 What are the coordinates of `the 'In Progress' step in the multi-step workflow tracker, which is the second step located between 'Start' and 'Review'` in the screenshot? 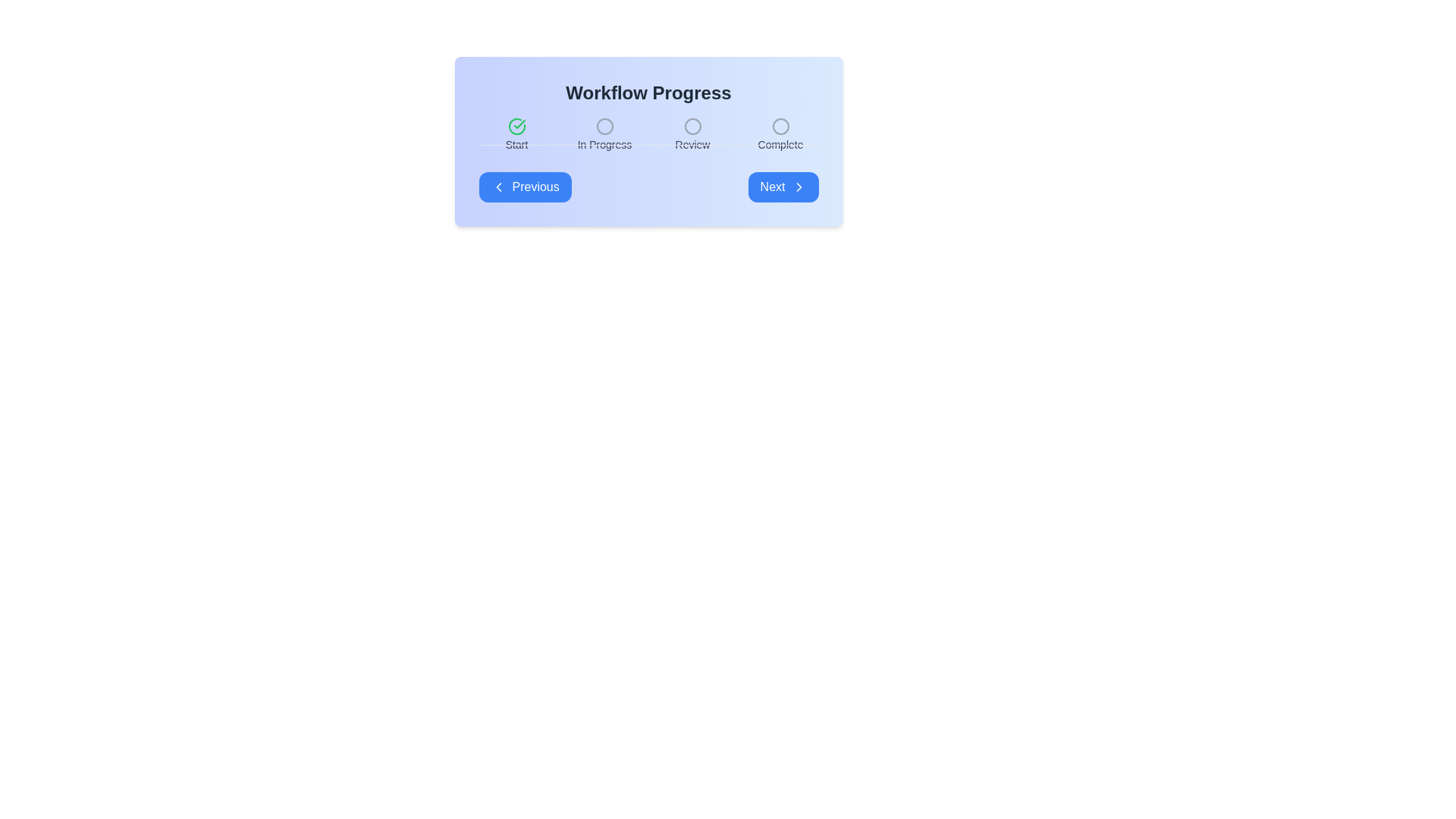 It's located at (604, 134).